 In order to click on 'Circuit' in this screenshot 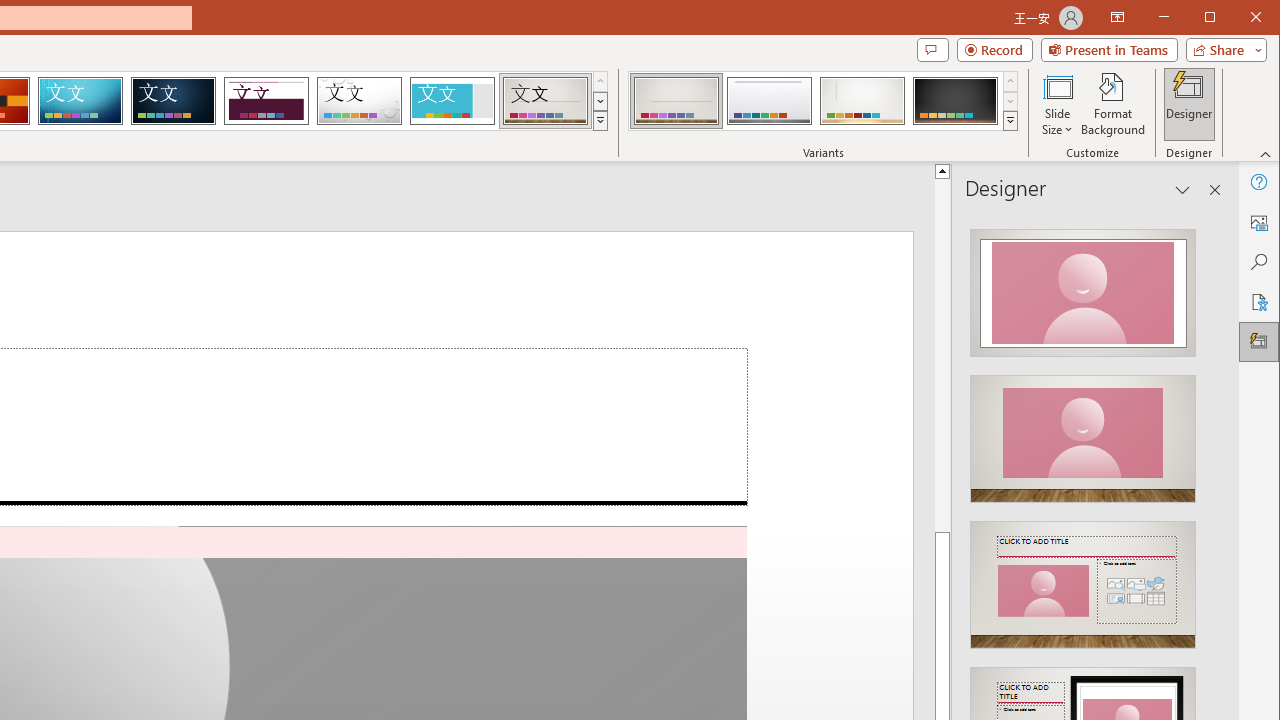, I will do `click(80, 100)`.